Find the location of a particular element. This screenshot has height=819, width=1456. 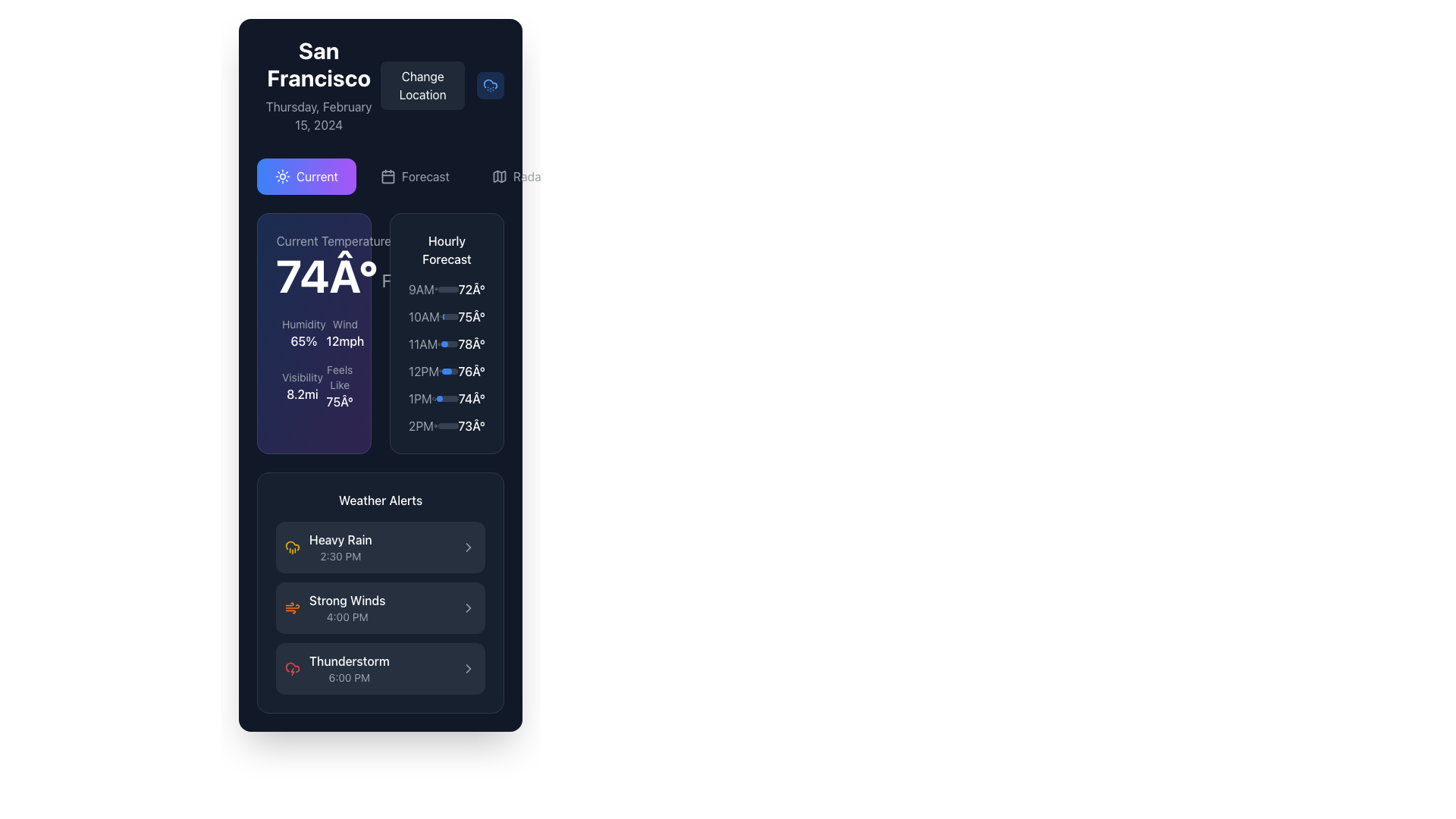

the 'Forecast' navigation button to observe visual feedback, which is styled with a clean font and accompanied by a calendar icon on its left, located in the upper-middle section of the interface is located at coordinates (425, 175).